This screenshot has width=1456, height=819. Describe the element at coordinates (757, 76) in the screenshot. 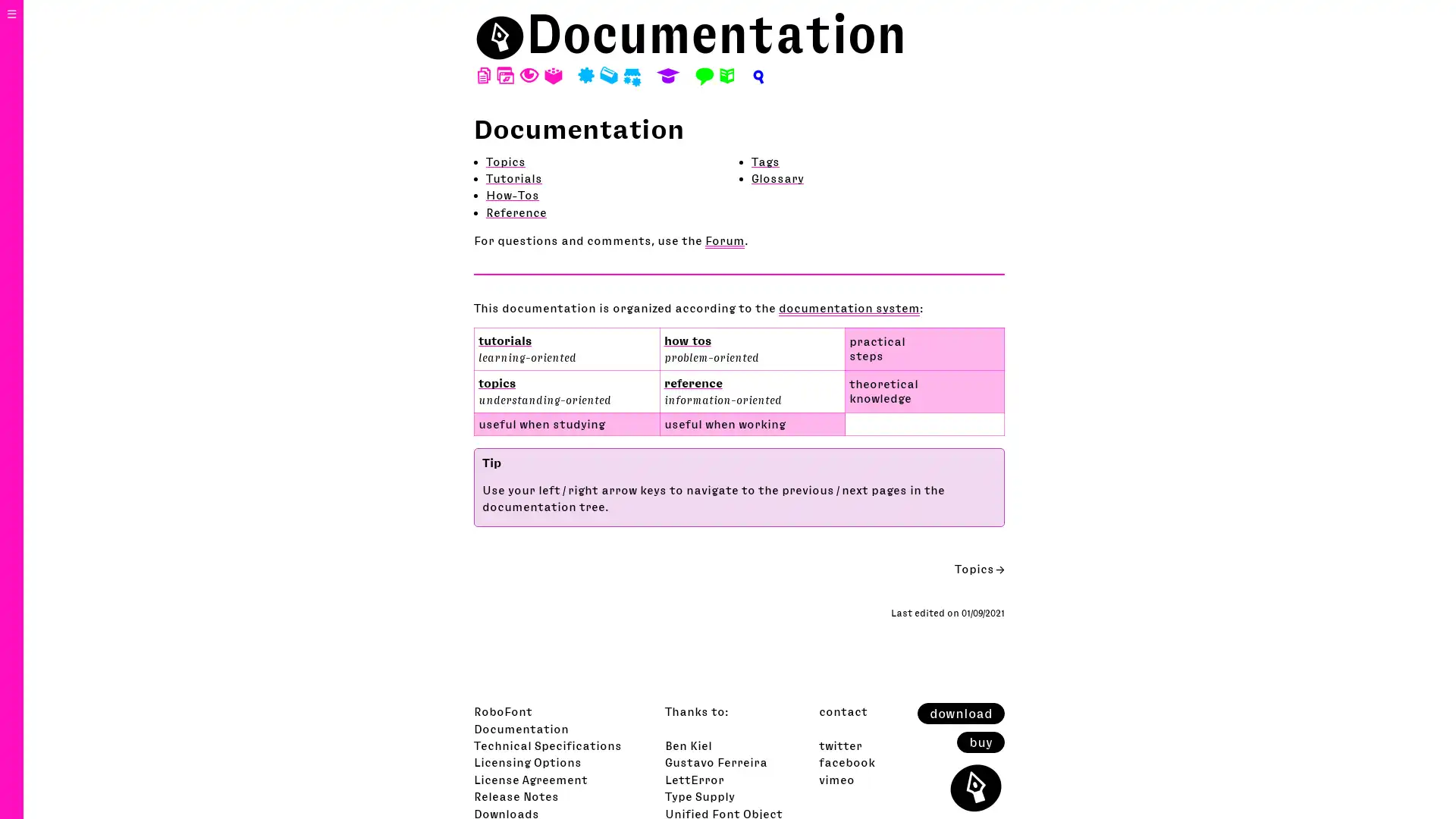

I see `?` at that location.